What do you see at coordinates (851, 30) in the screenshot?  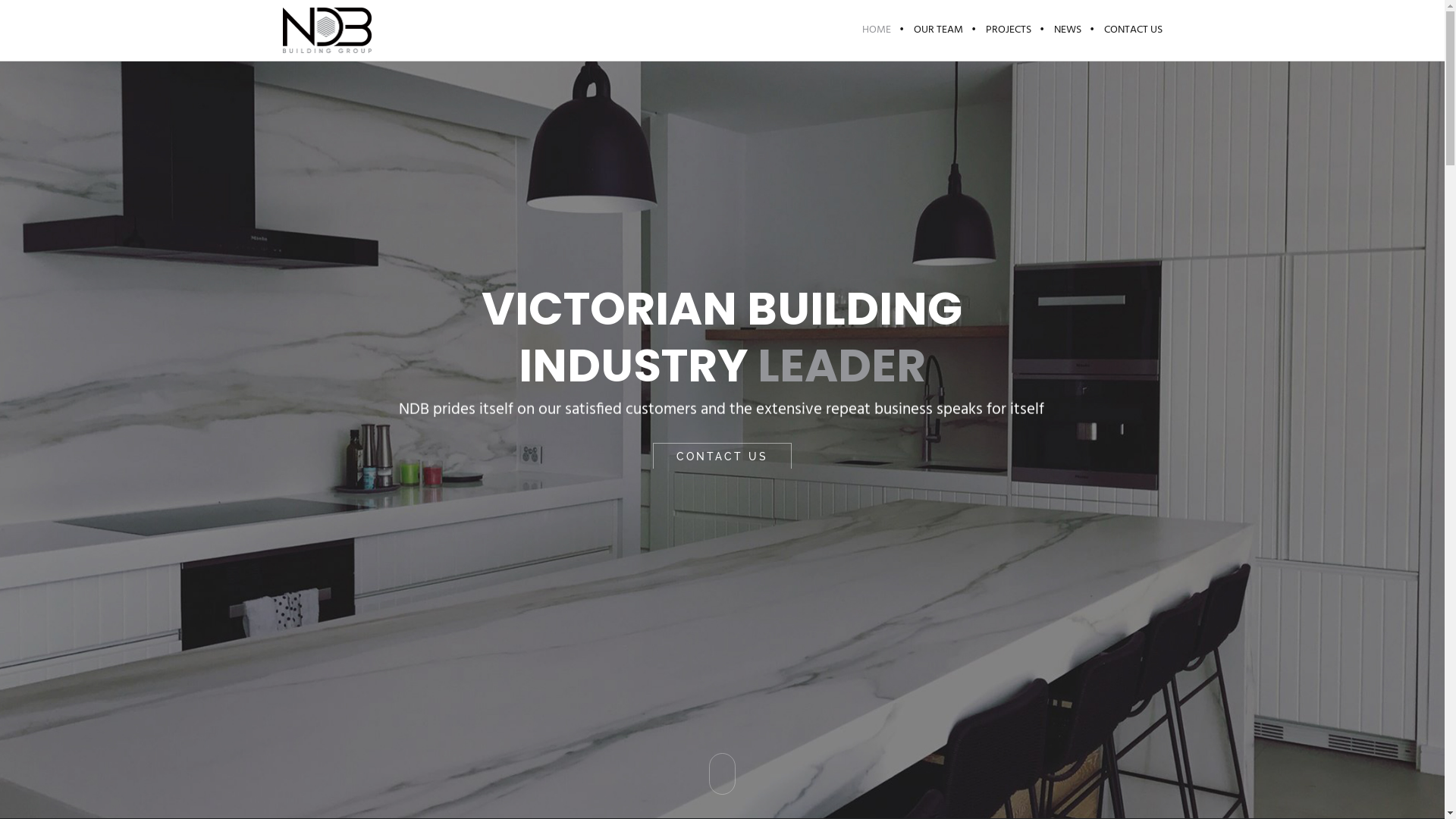 I see `'HOME'` at bounding box center [851, 30].